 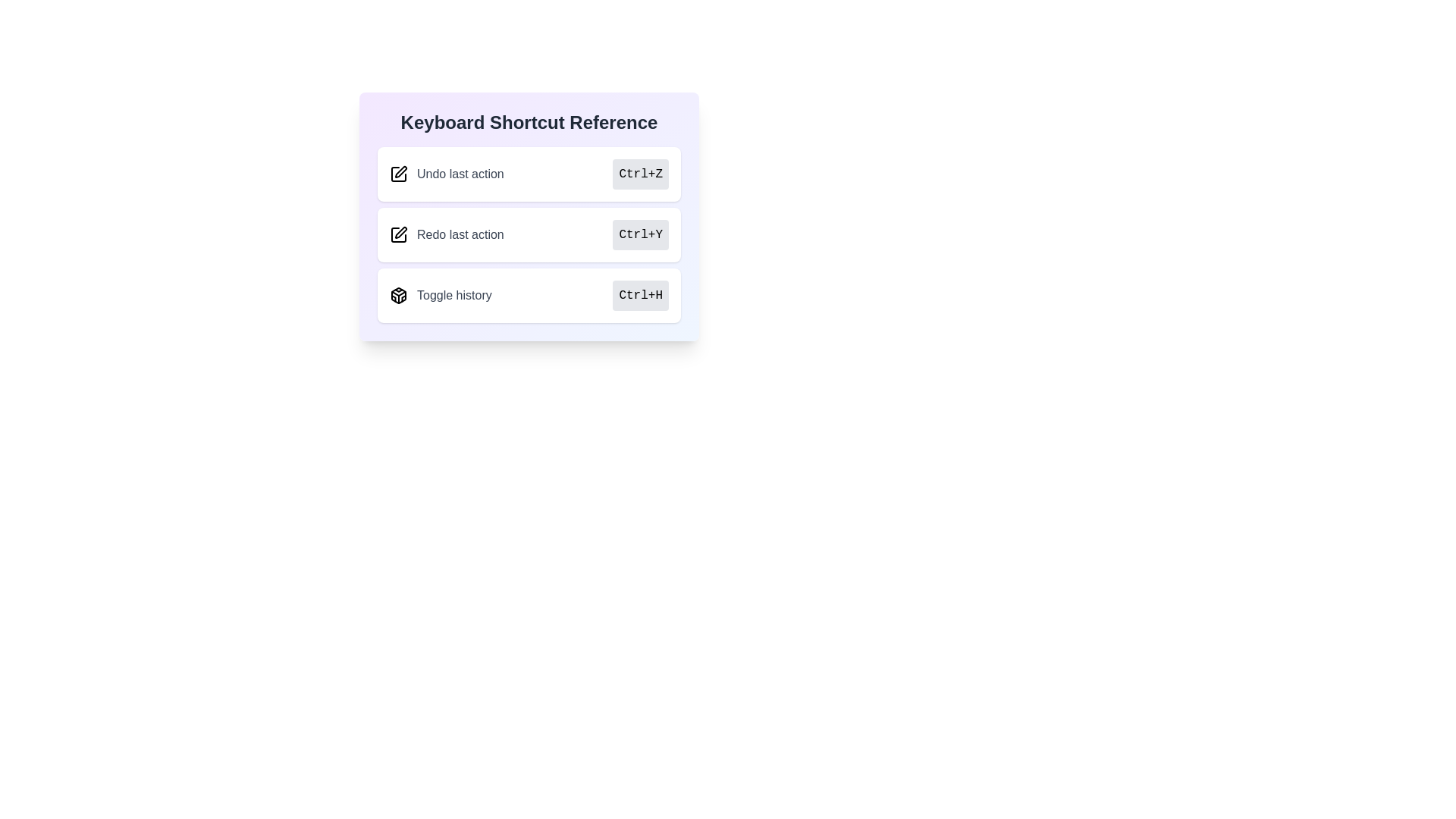 What do you see at coordinates (641, 174) in the screenshot?
I see `the small rectangular label styled with a monospaced font that contains the text 'Ctrl+Z', located to the right of 'Undo last action' in the 'Keyboard Shortcut Reference' section` at bounding box center [641, 174].